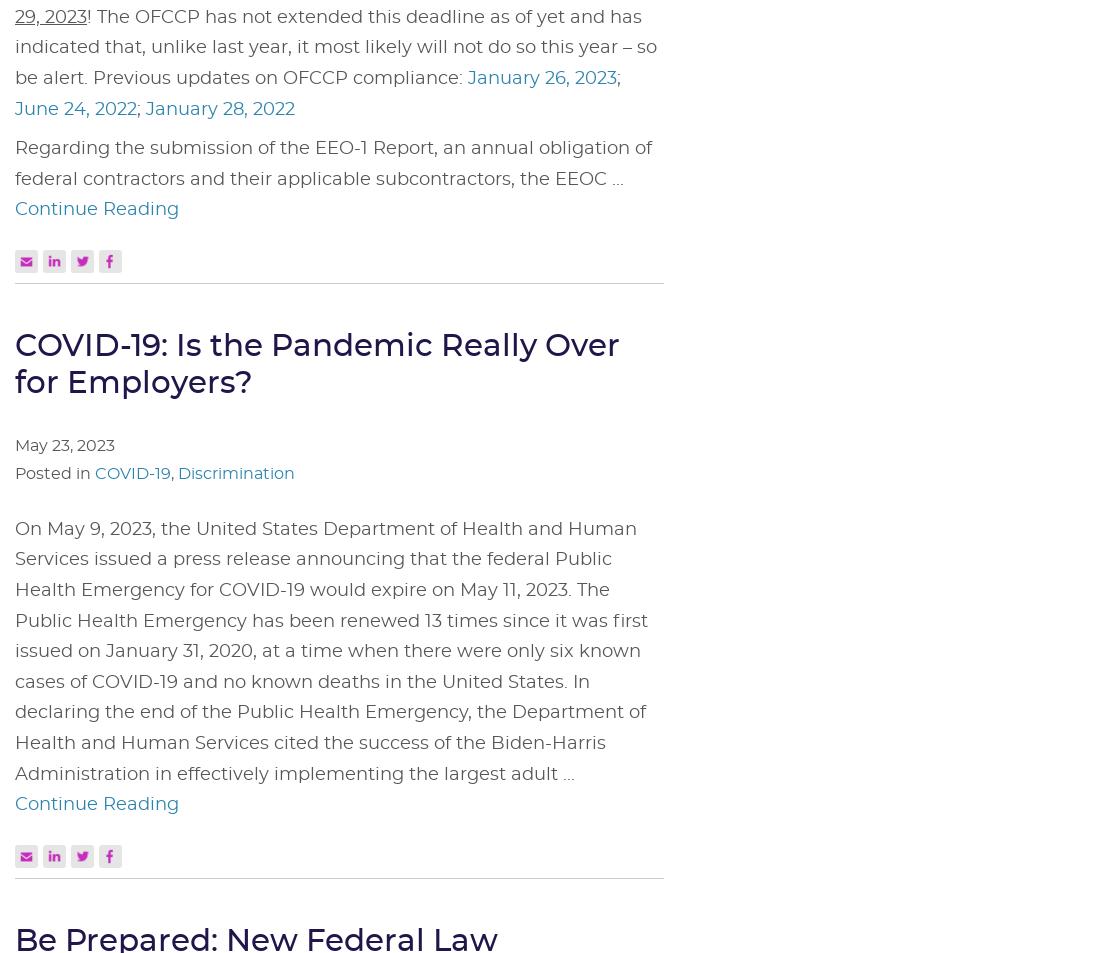 The width and height of the screenshot is (1100, 953). Describe the element at coordinates (332, 163) in the screenshot. I see `'Regarding the submission of the EEO-1 Report, an annual obligation of federal contractors and their applicable subcontractors, the EEOC ...'` at that location.